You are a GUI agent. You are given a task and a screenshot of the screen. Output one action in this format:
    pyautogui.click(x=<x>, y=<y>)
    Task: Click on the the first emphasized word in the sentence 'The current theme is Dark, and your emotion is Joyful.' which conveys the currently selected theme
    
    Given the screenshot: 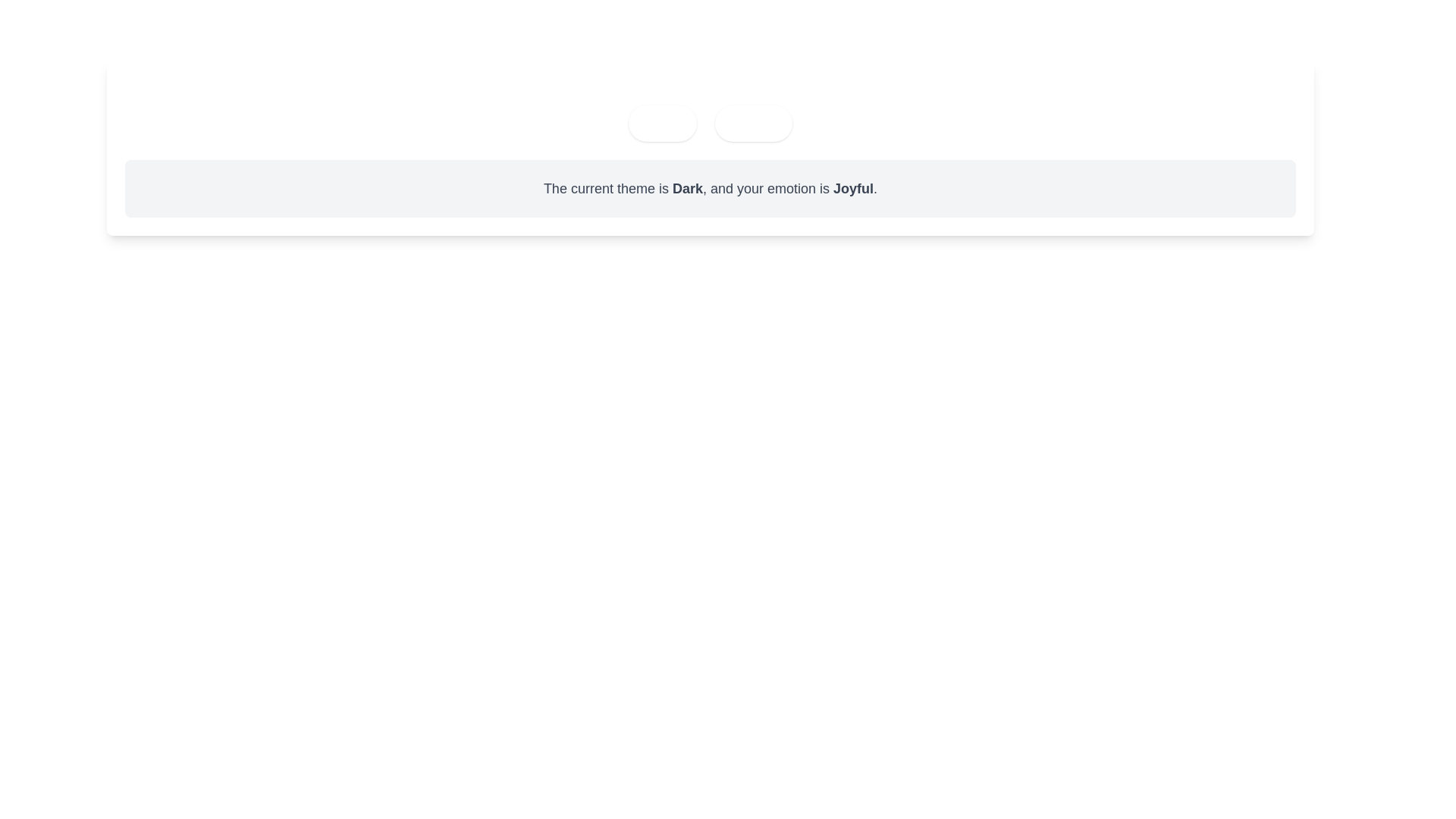 What is the action you would take?
    pyautogui.click(x=687, y=188)
    